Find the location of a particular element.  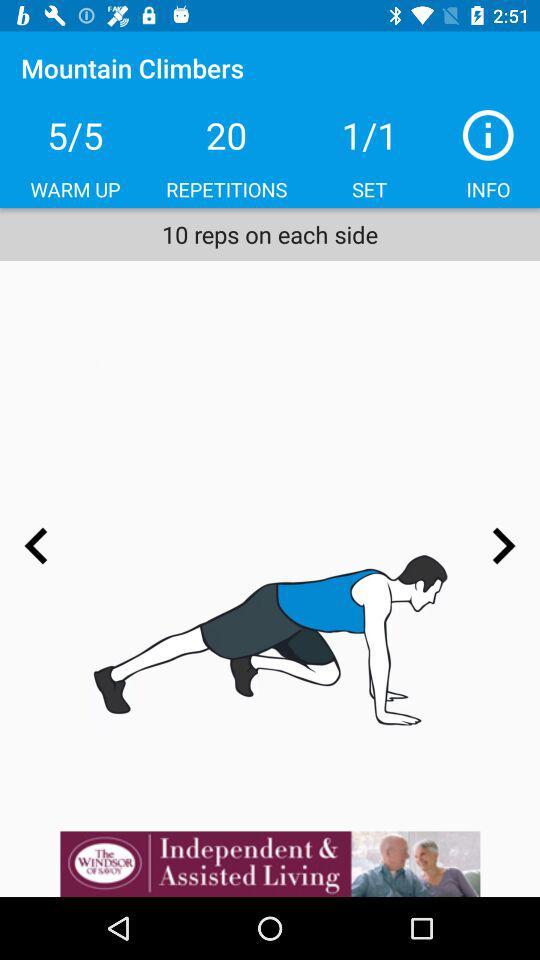

go forward is located at coordinates (502, 546).